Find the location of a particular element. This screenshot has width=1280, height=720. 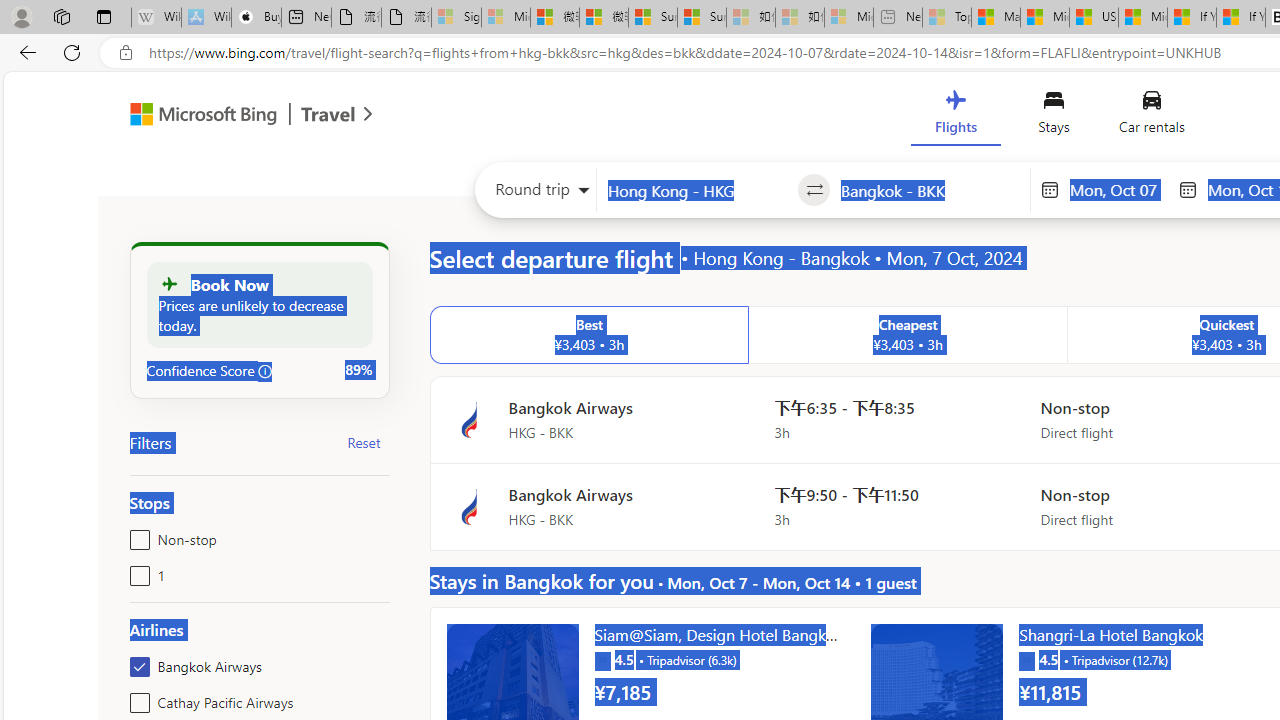

'Class: msft-travel-logo' is located at coordinates (328, 114).